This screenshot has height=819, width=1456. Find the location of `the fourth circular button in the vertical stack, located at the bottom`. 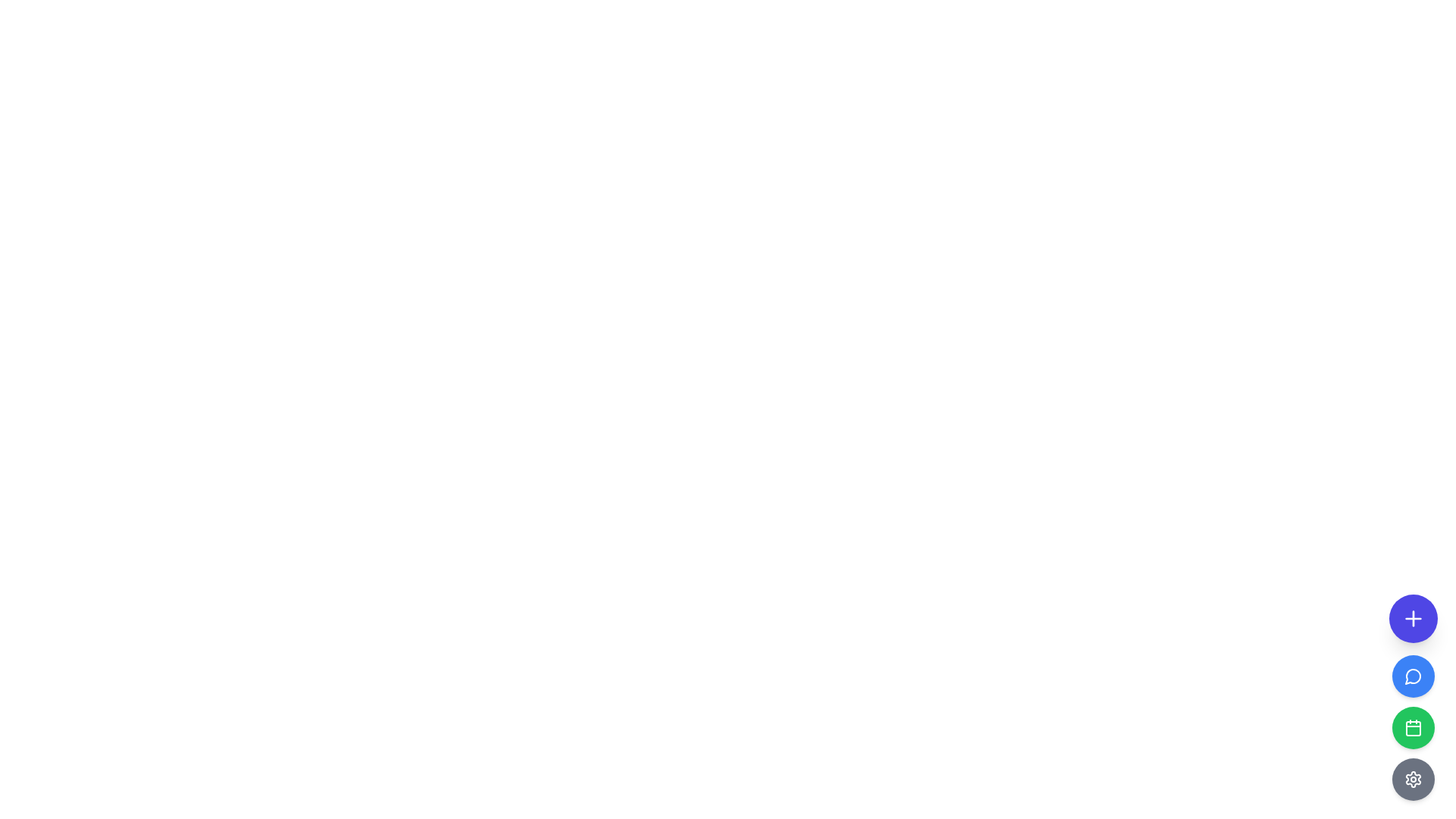

the fourth circular button in the vertical stack, located at the bottom is located at coordinates (1412, 780).